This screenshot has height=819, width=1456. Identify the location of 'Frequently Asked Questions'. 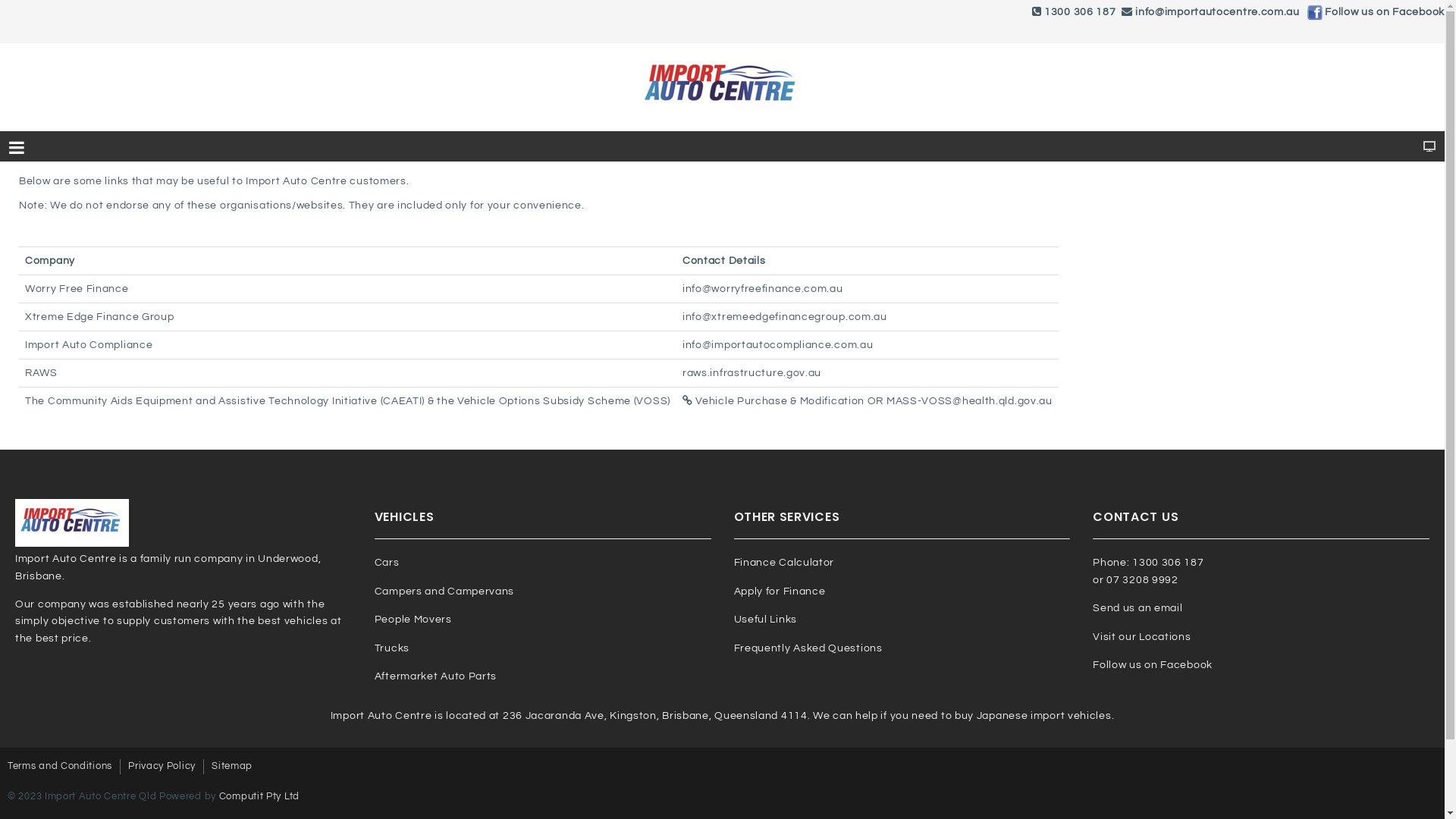
(807, 648).